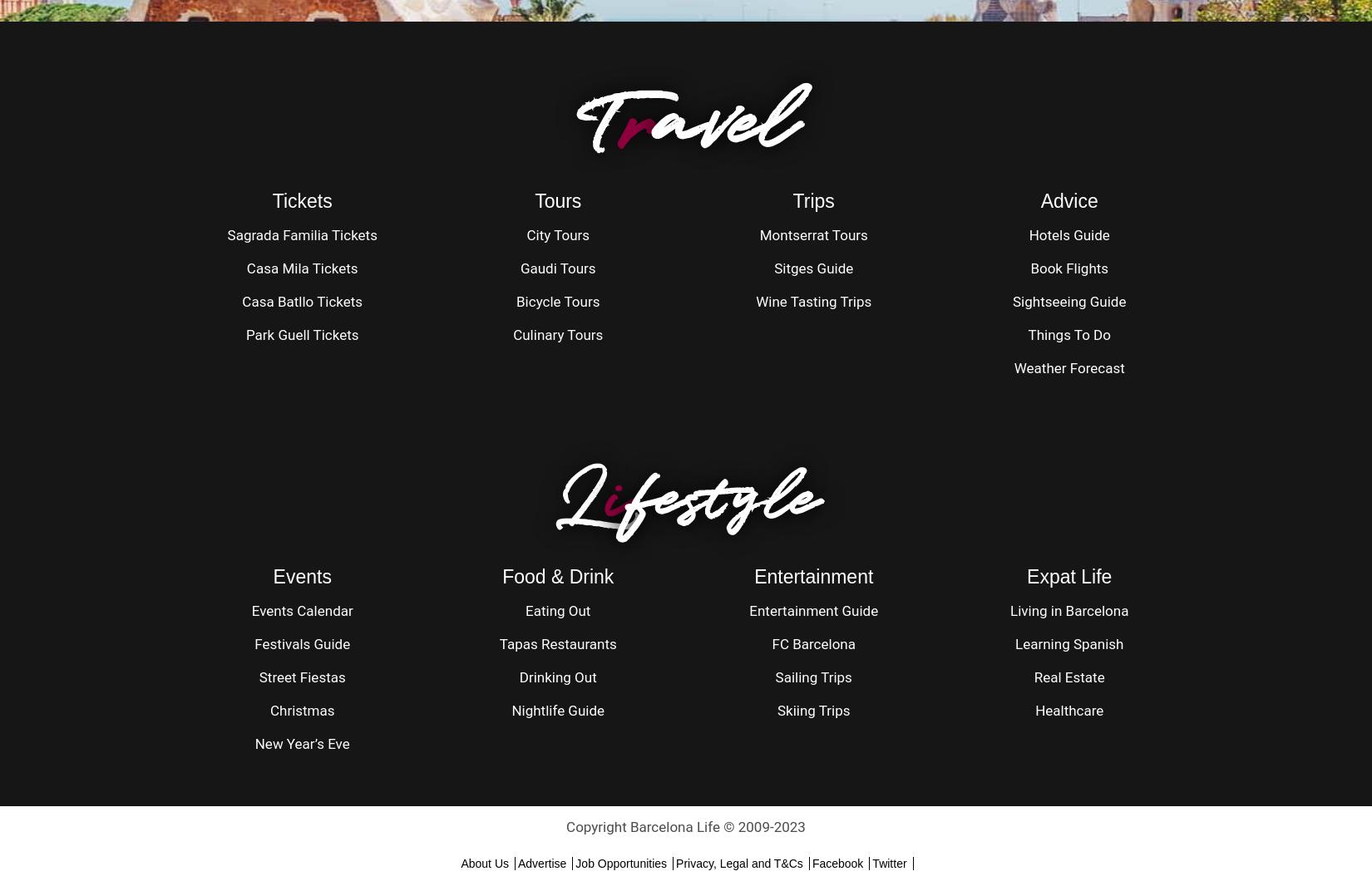 This screenshot has width=1372, height=886. Describe the element at coordinates (516, 301) in the screenshot. I see `'Bicycle Tours'` at that location.